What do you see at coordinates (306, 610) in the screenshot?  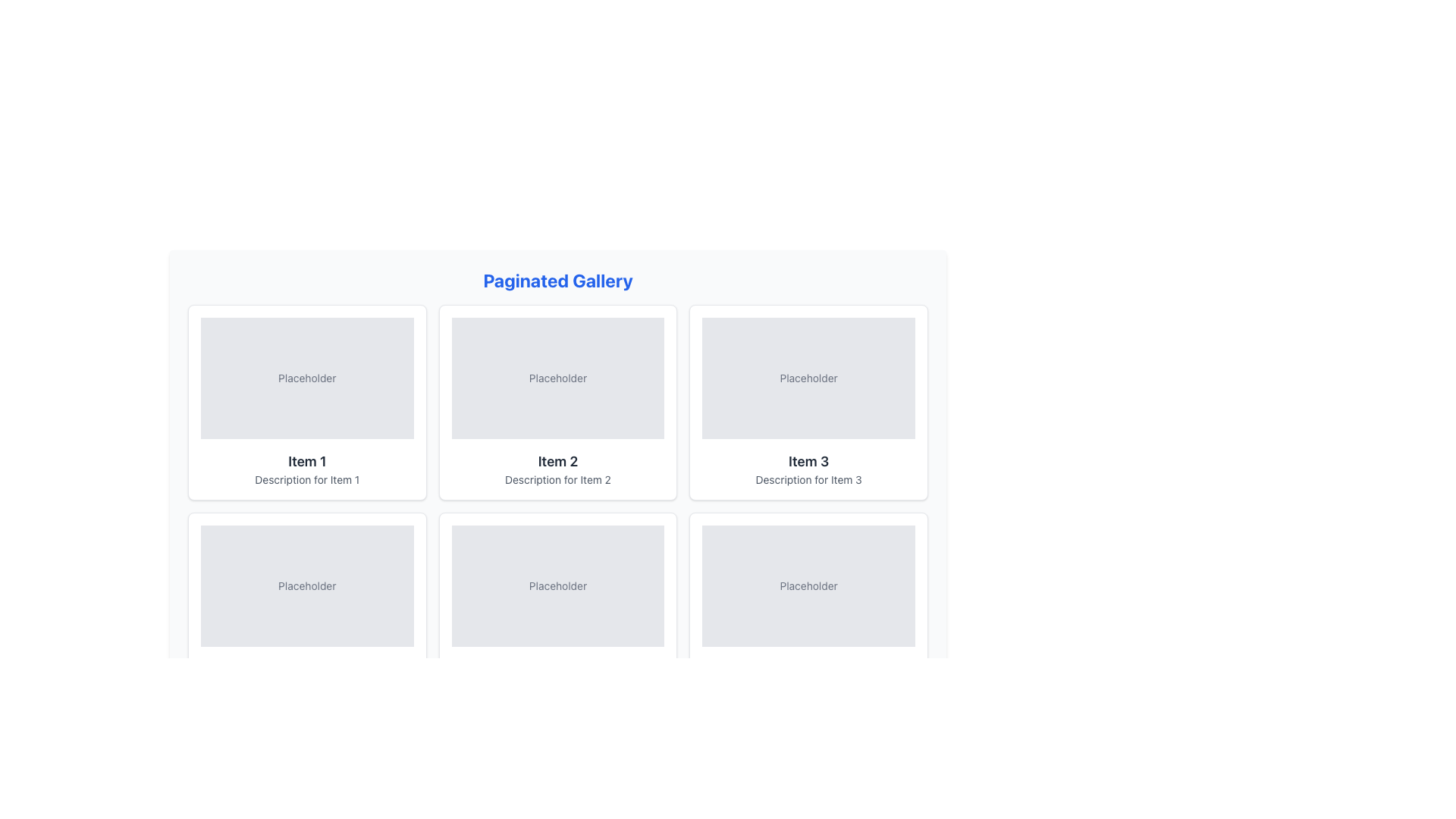 I see `the display card component that shows a placeholder image, title, and description, positioned as the first item in the second row of a grid layout to trigger the hover effect` at bounding box center [306, 610].